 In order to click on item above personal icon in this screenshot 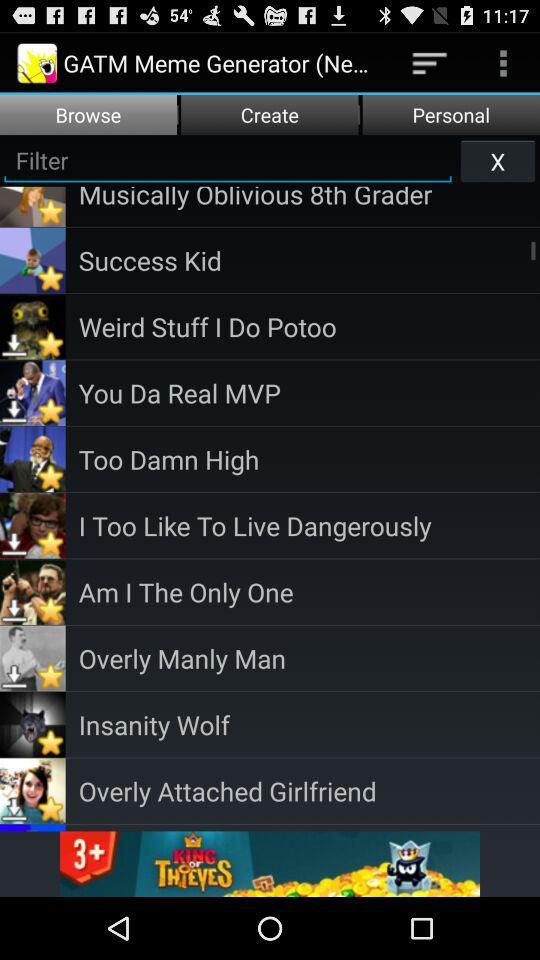, I will do `click(428, 62)`.